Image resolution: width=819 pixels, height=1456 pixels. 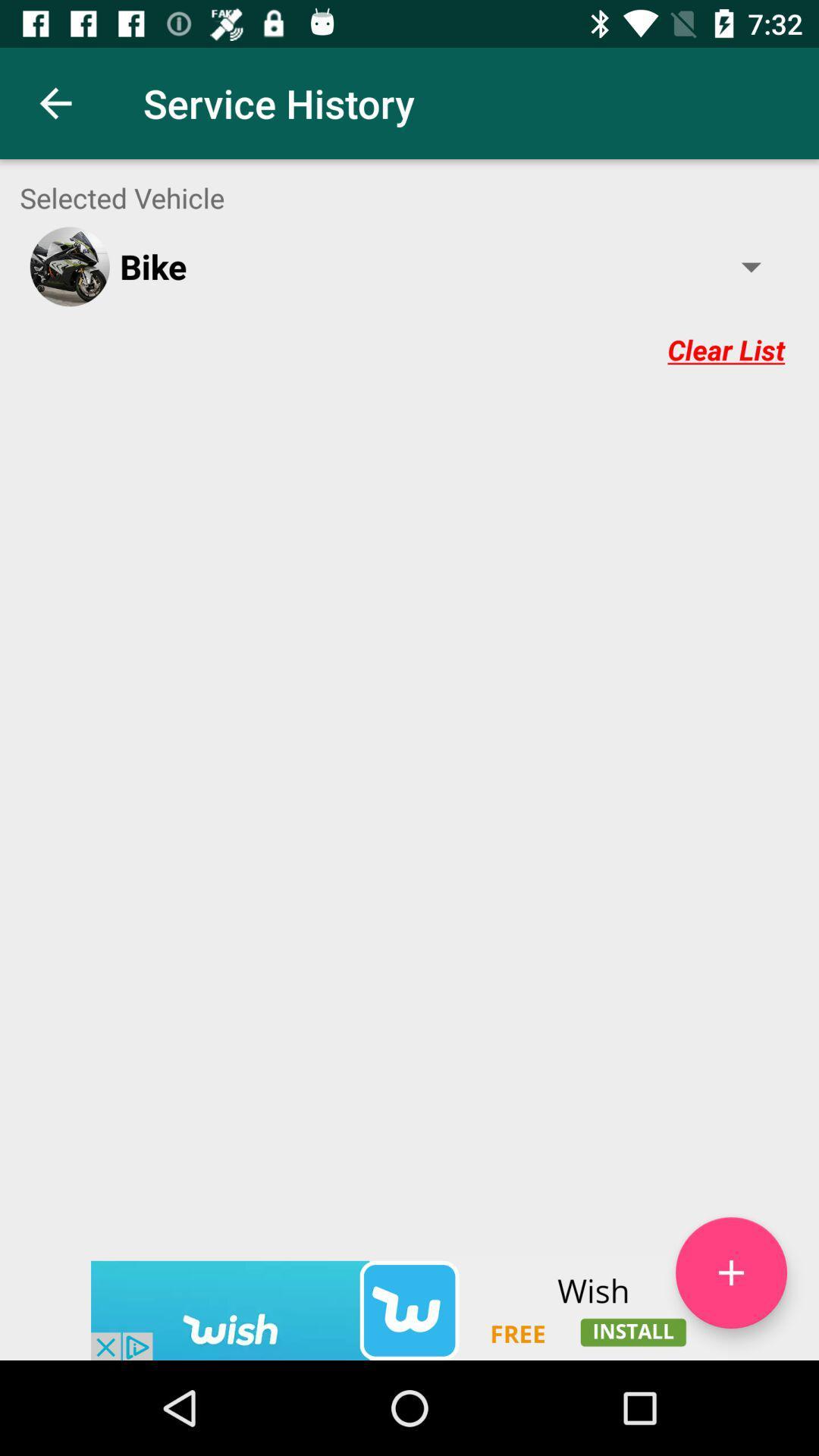 What do you see at coordinates (409, 1310) in the screenshot?
I see `advertisement` at bounding box center [409, 1310].